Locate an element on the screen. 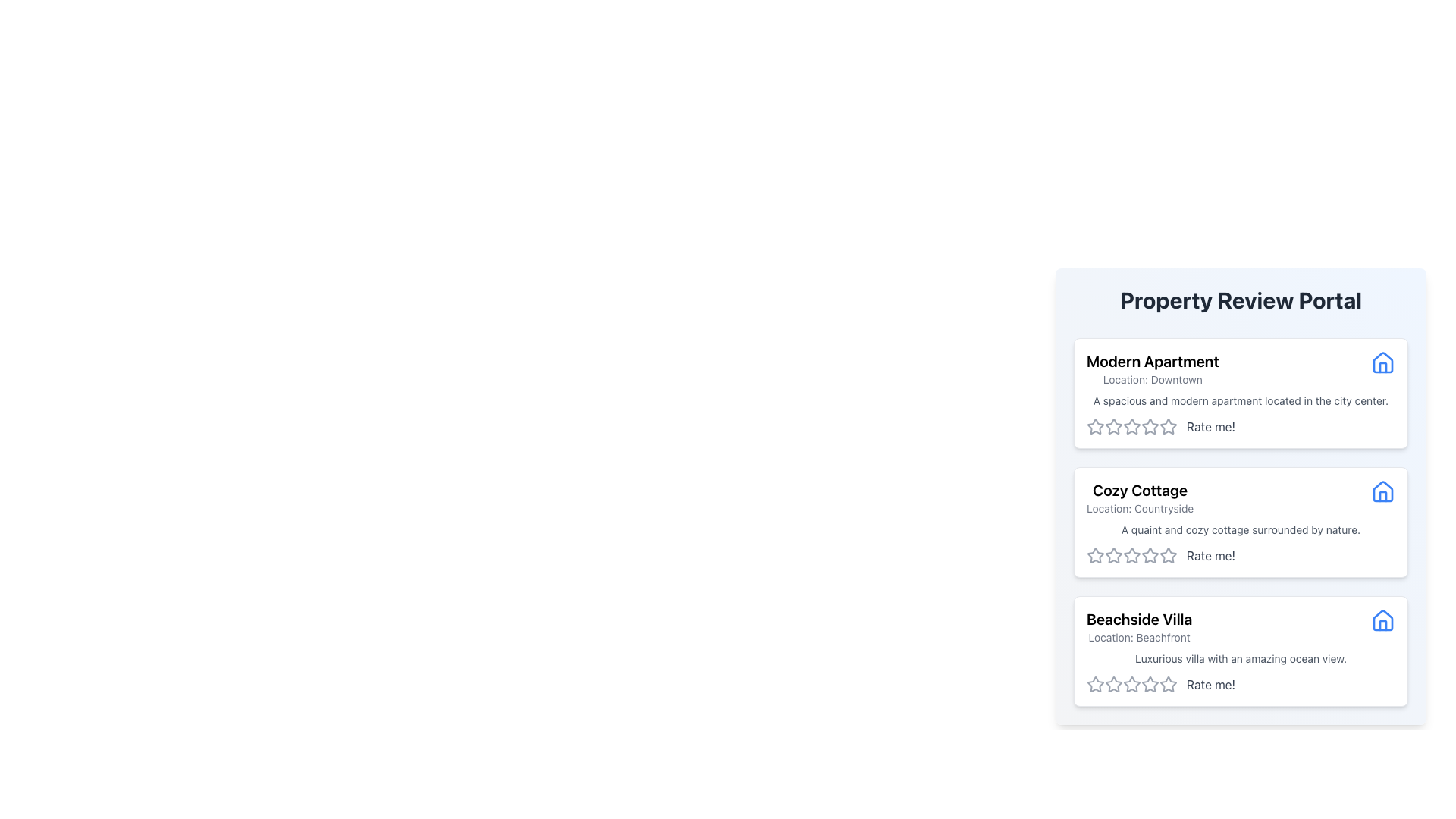  the text label indicating user interaction for the rating system adjacent to the stars in the 'Modern Apartment' property description card is located at coordinates (1210, 427).